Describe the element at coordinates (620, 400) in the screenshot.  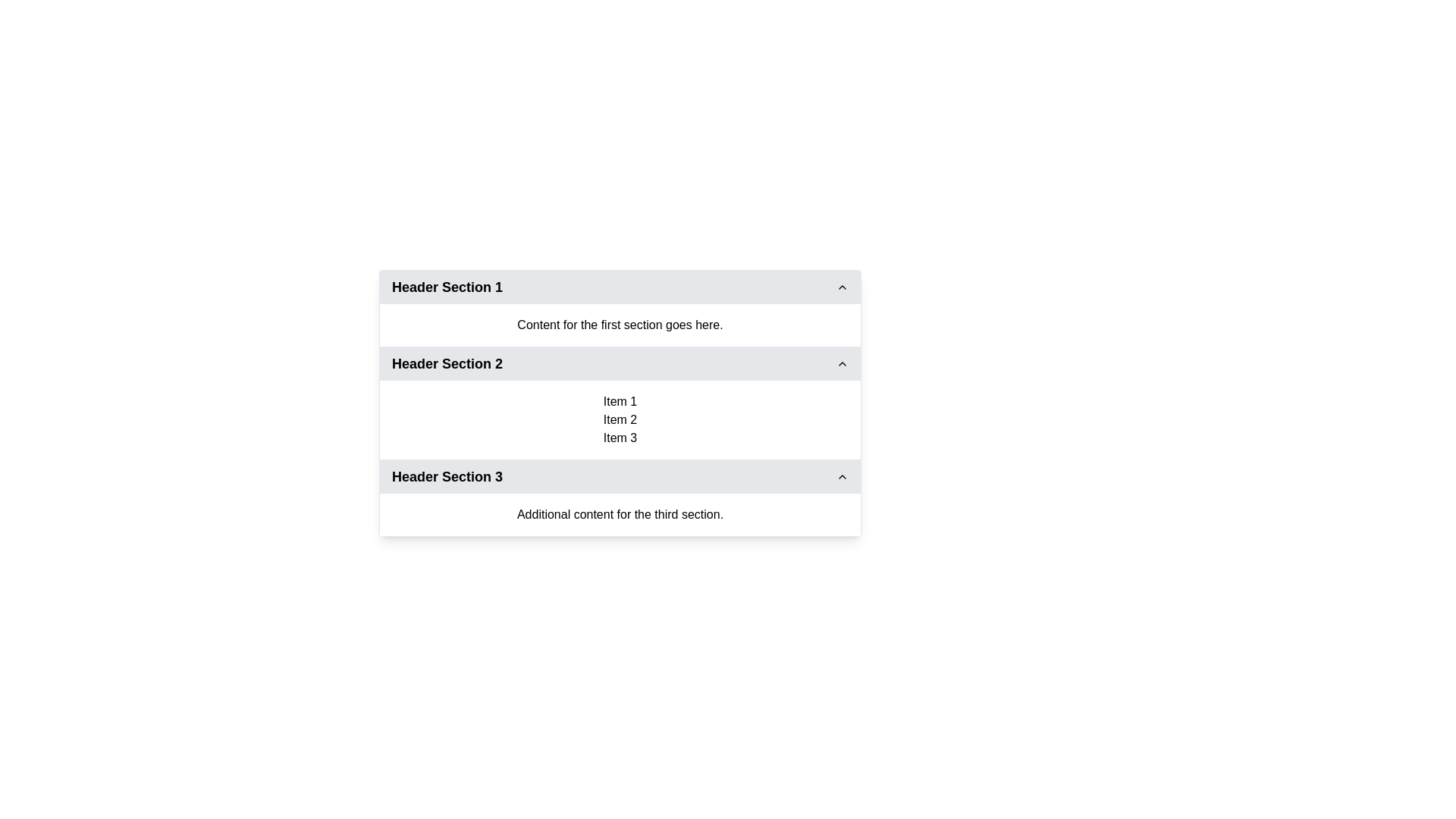
I see `the non-interactive text label that indicates a specific sub-item or category under 'Header Section 2', positioned directly below the section header` at that location.